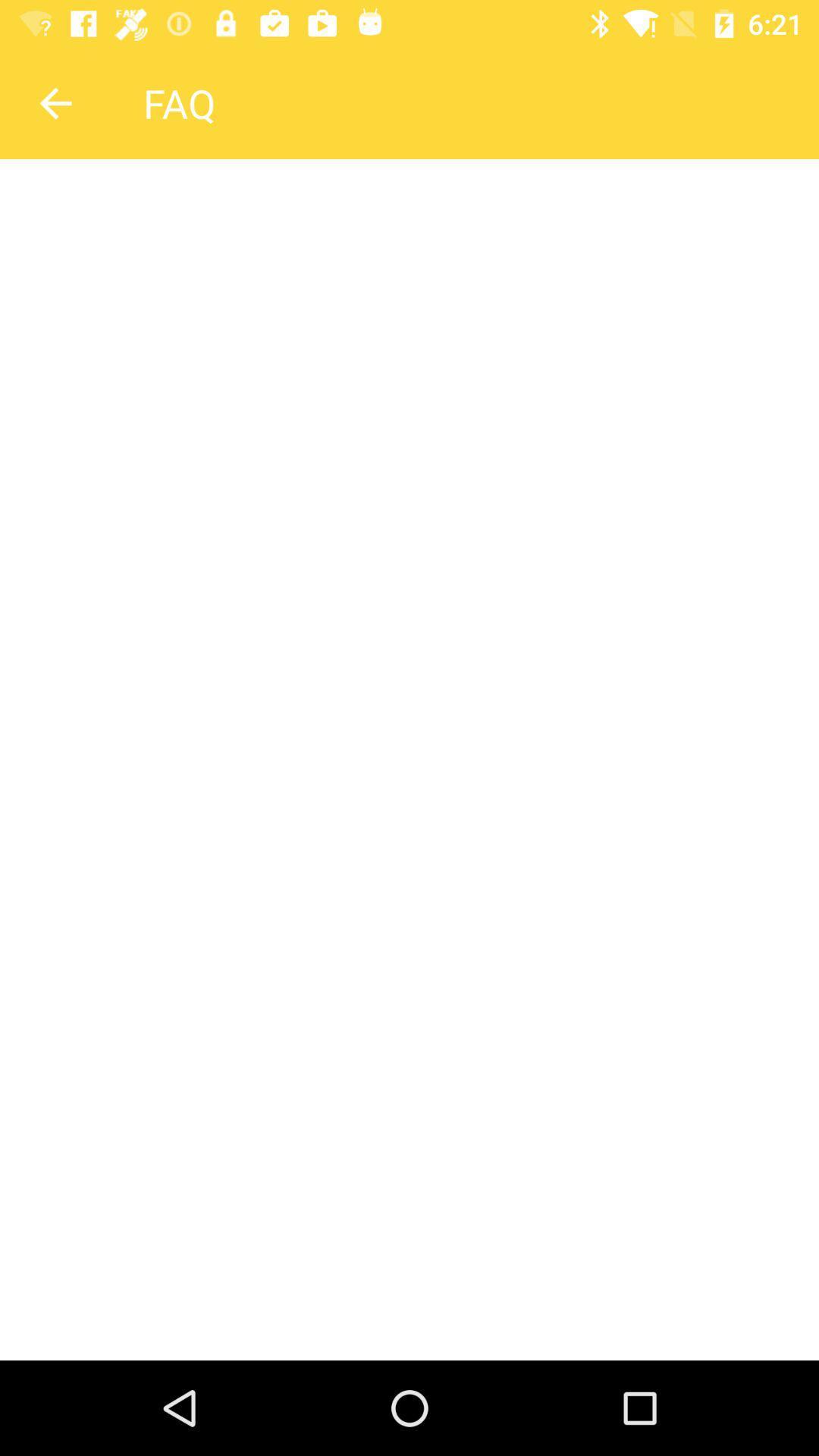  I want to click on icon to the left of faq item, so click(55, 102).